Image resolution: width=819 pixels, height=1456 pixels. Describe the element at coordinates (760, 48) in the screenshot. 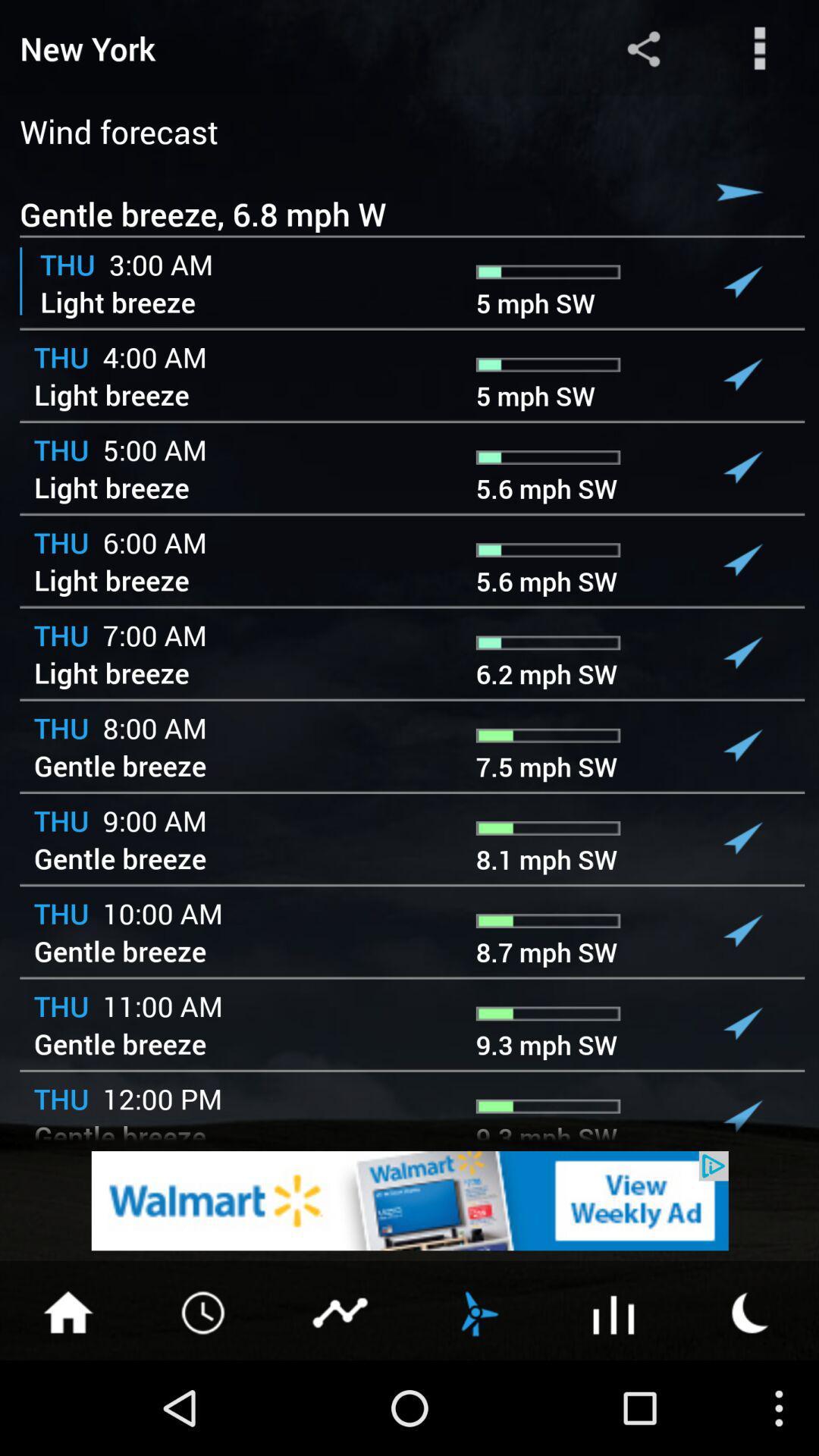

I see `more options` at that location.